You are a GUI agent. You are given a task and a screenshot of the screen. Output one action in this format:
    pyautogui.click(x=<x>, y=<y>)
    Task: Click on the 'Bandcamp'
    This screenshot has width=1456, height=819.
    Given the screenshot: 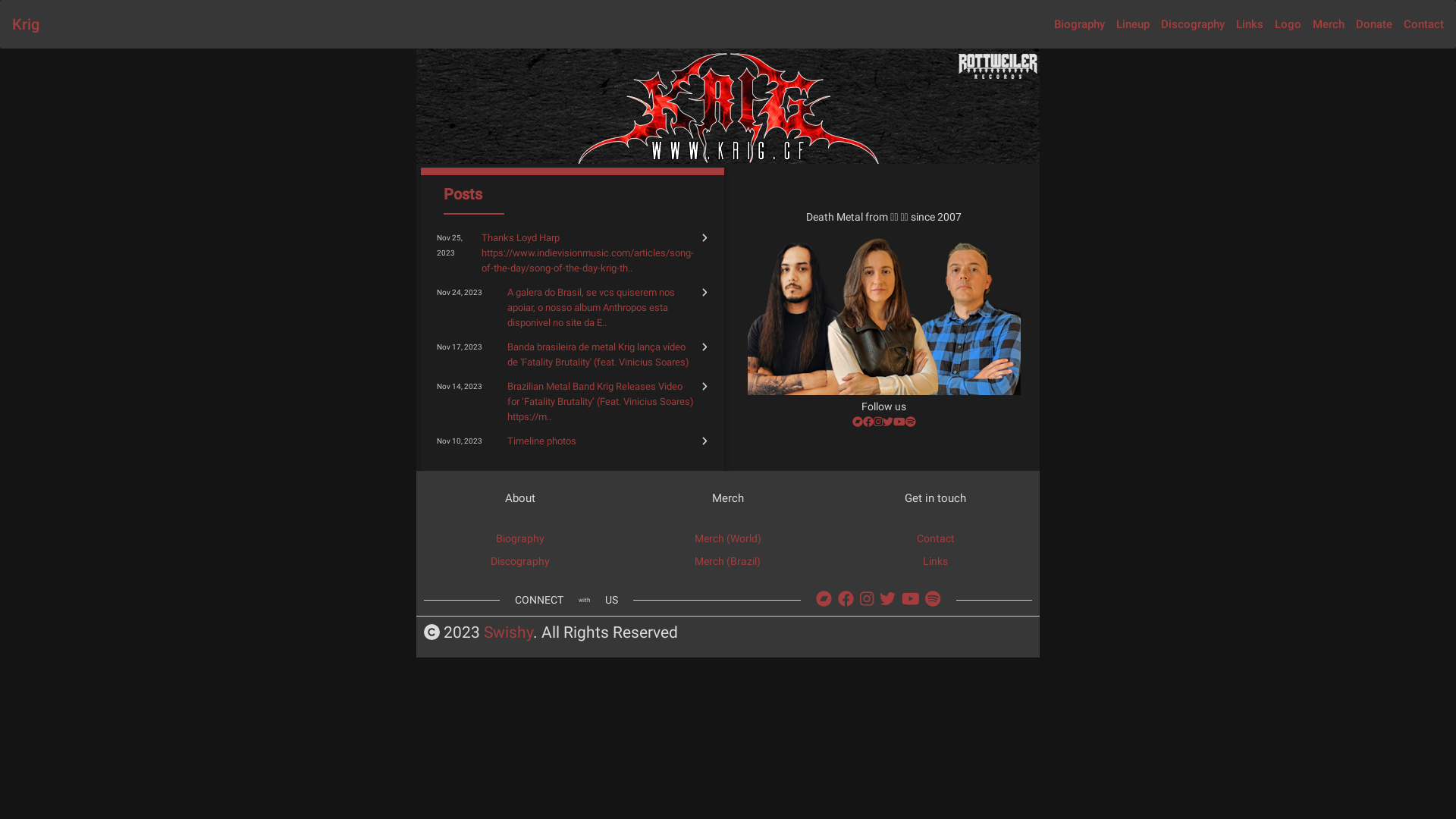 What is the action you would take?
    pyautogui.click(x=858, y=421)
    